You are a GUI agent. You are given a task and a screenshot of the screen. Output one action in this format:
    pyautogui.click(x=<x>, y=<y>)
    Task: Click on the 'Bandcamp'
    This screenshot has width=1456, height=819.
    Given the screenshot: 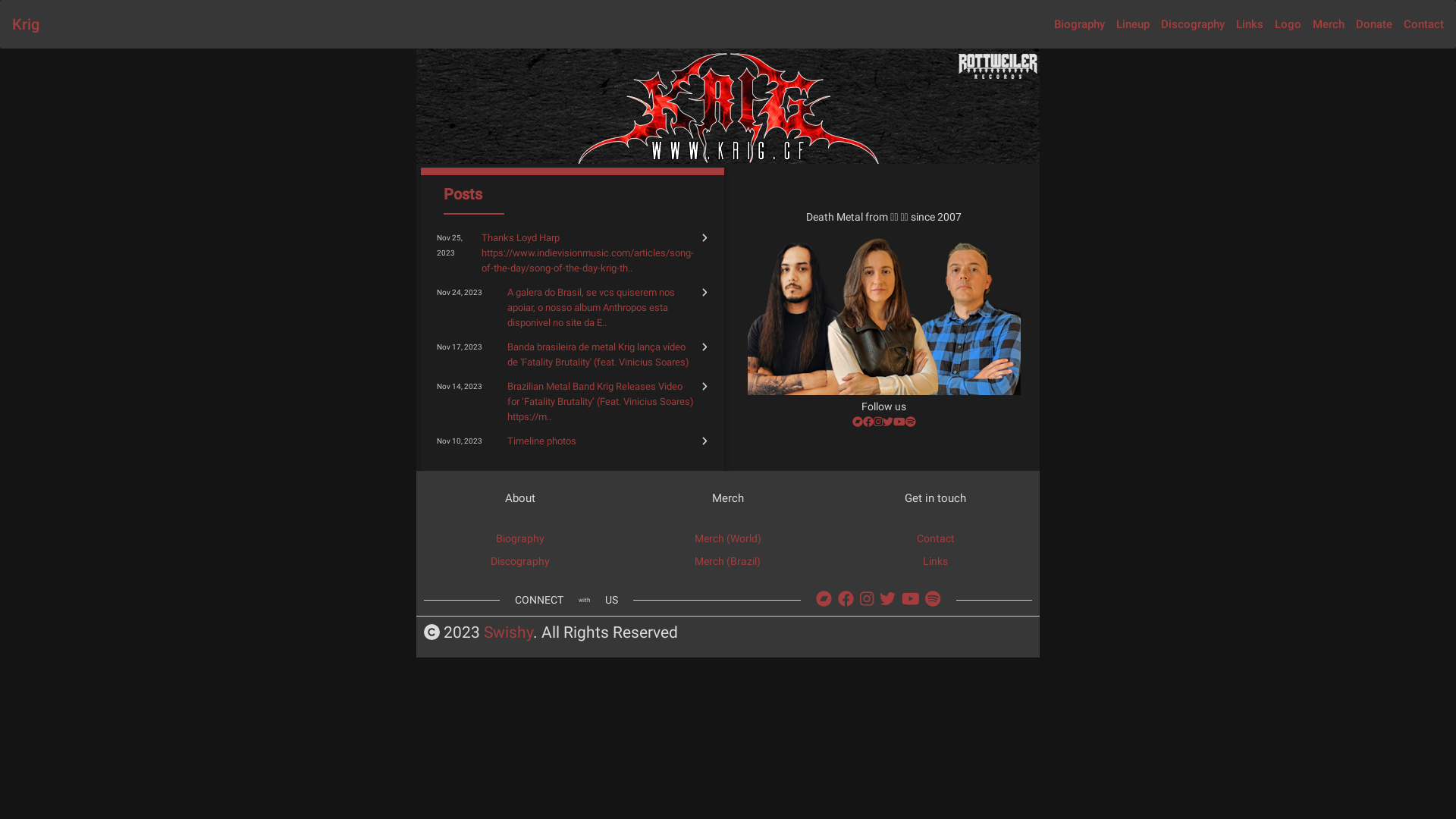 What is the action you would take?
    pyautogui.click(x=858, y=421)
    